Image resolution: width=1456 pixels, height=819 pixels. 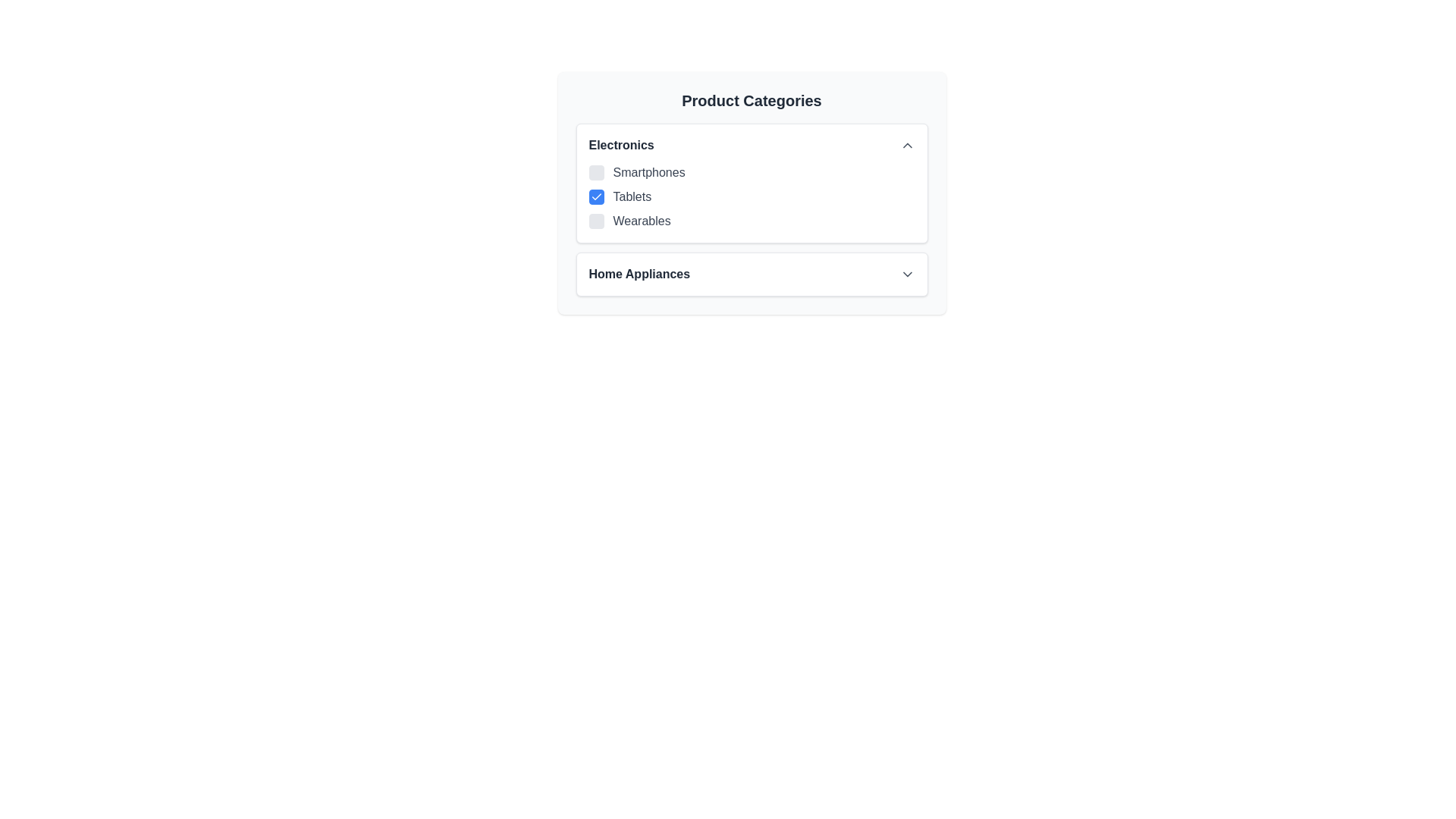 What do you see at coordinates (752, 196) in the screenshot?
I see `the 'Tablets' checkbox option within the 'Electronics' section` at bounding box center [752, 196].